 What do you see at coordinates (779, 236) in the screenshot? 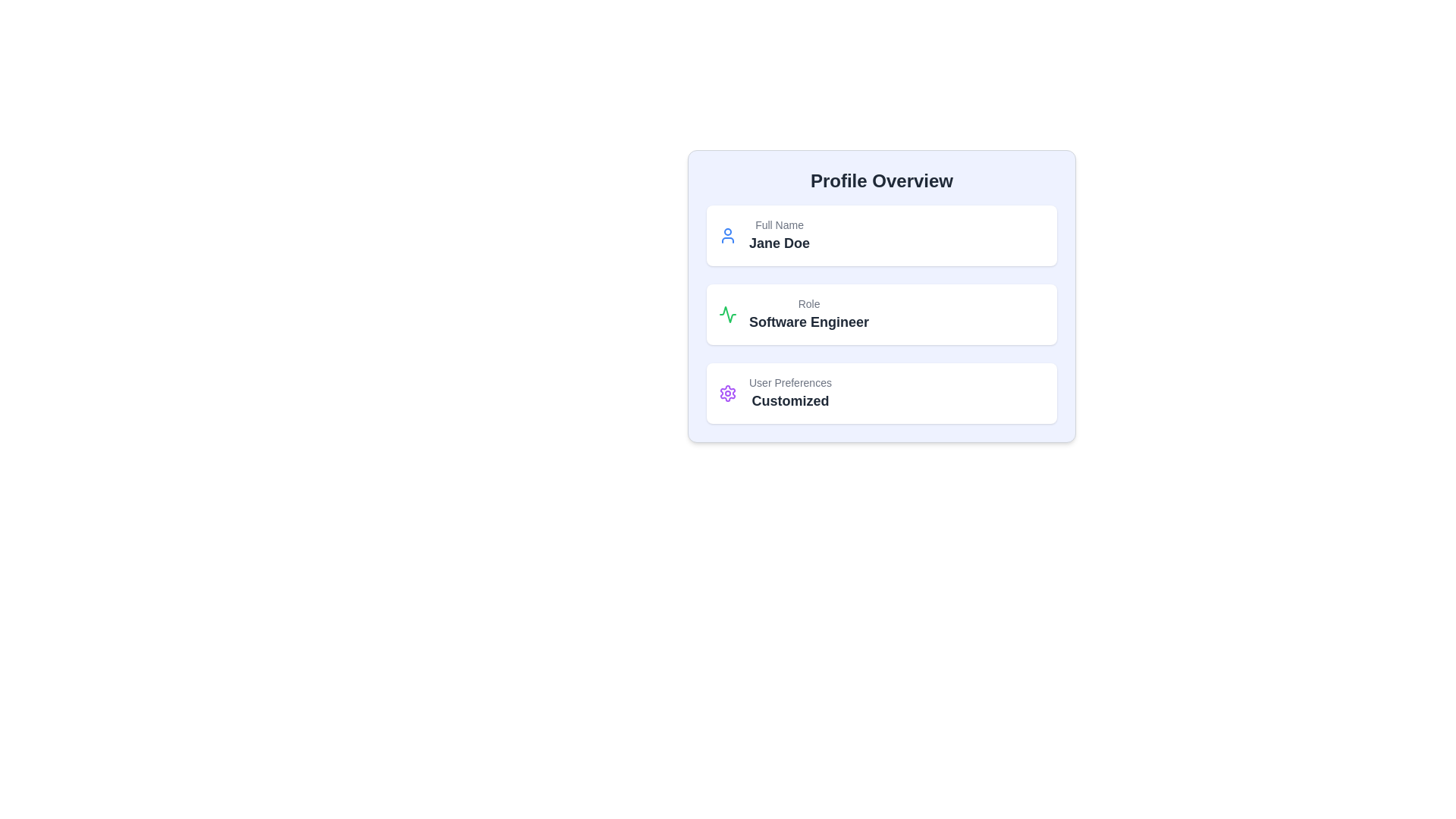
I see `the Text Display Component that shows the full name 'Jane Doe' in the profile overview section` at bounding box center [779, 236].